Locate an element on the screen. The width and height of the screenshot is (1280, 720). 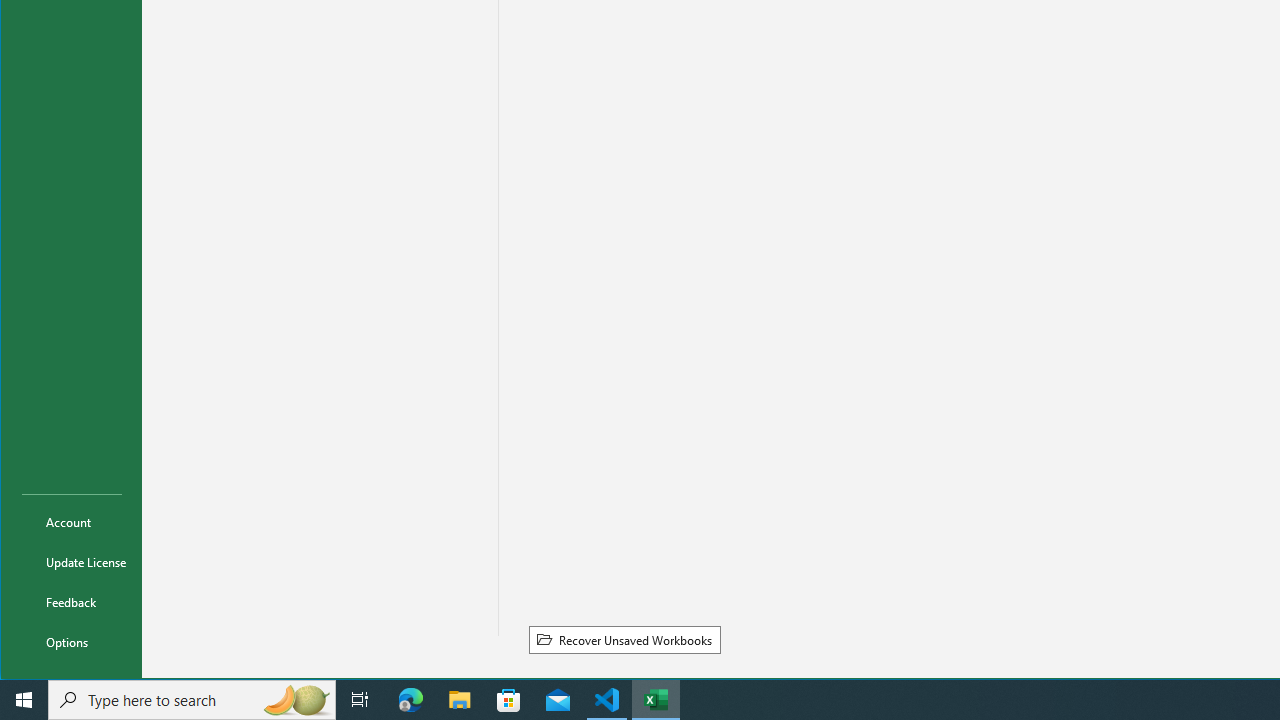
'Account' is located at coordinates (72, 521).